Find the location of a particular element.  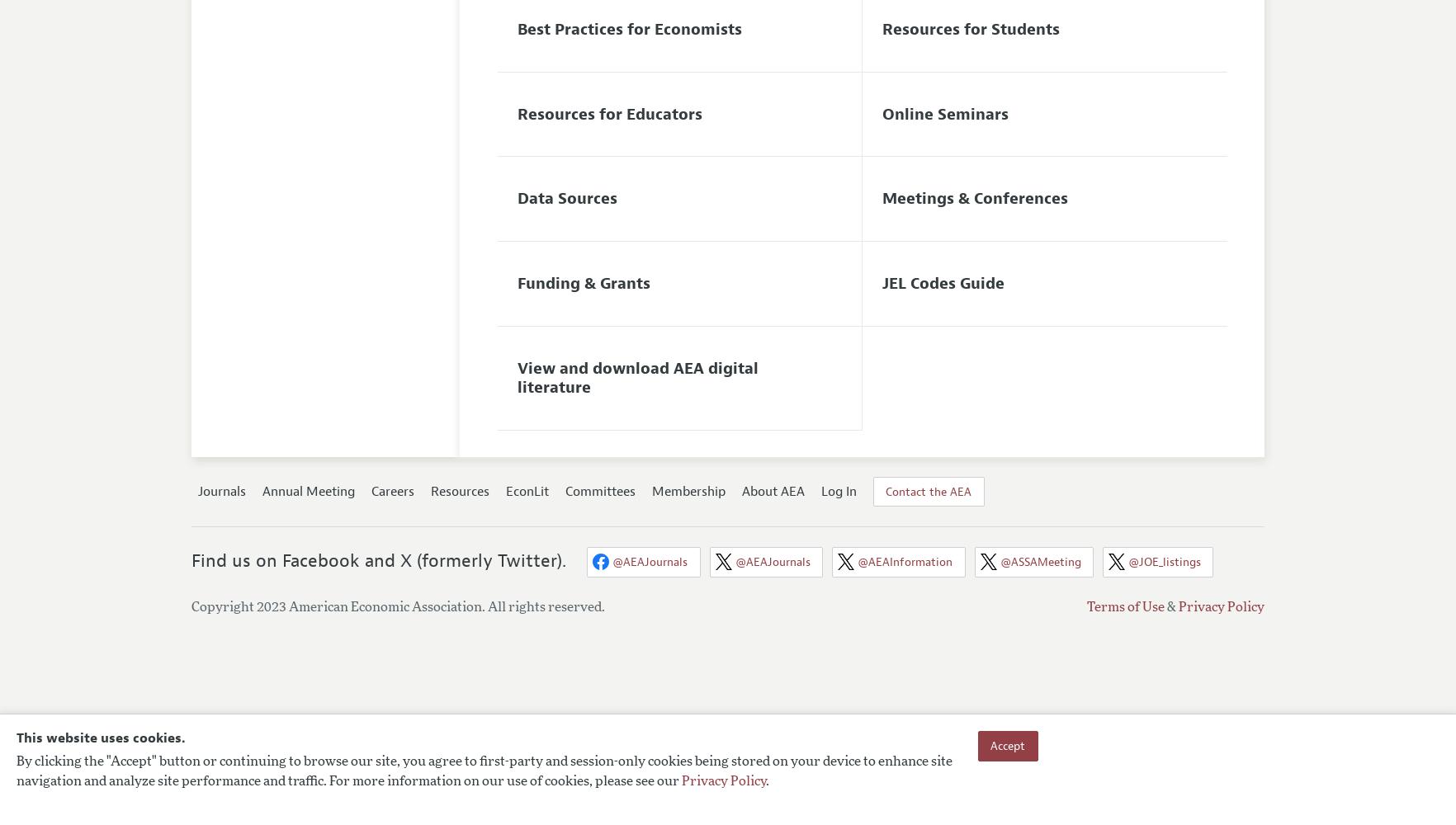

'Best Practices for Economists' is located at coordinates (629, 29).